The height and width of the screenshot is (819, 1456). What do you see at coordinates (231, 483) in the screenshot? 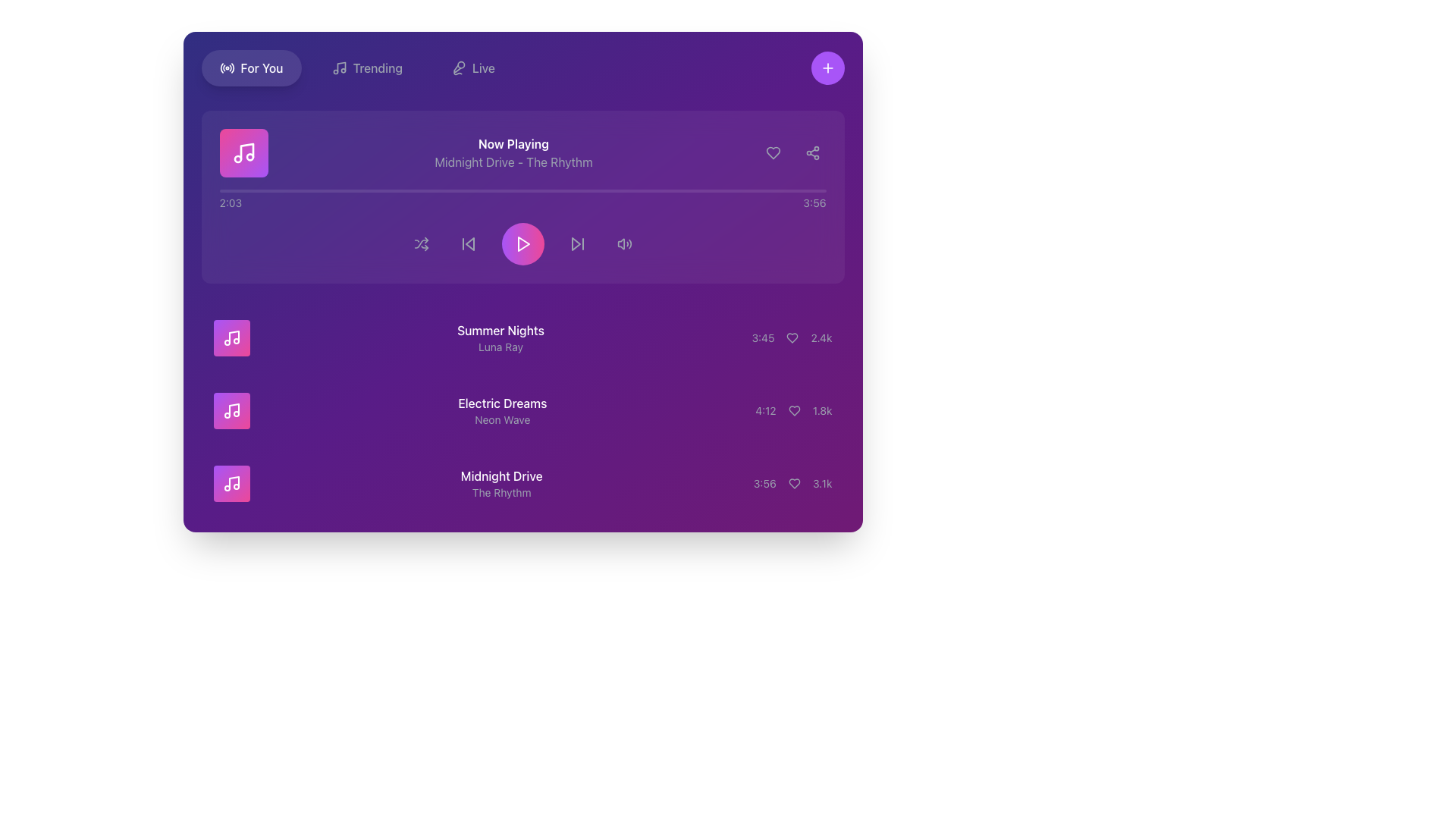
I see `the musical notes icon, which is the third item in a vertical list of music-related icons` at bounding box center [231, 483].